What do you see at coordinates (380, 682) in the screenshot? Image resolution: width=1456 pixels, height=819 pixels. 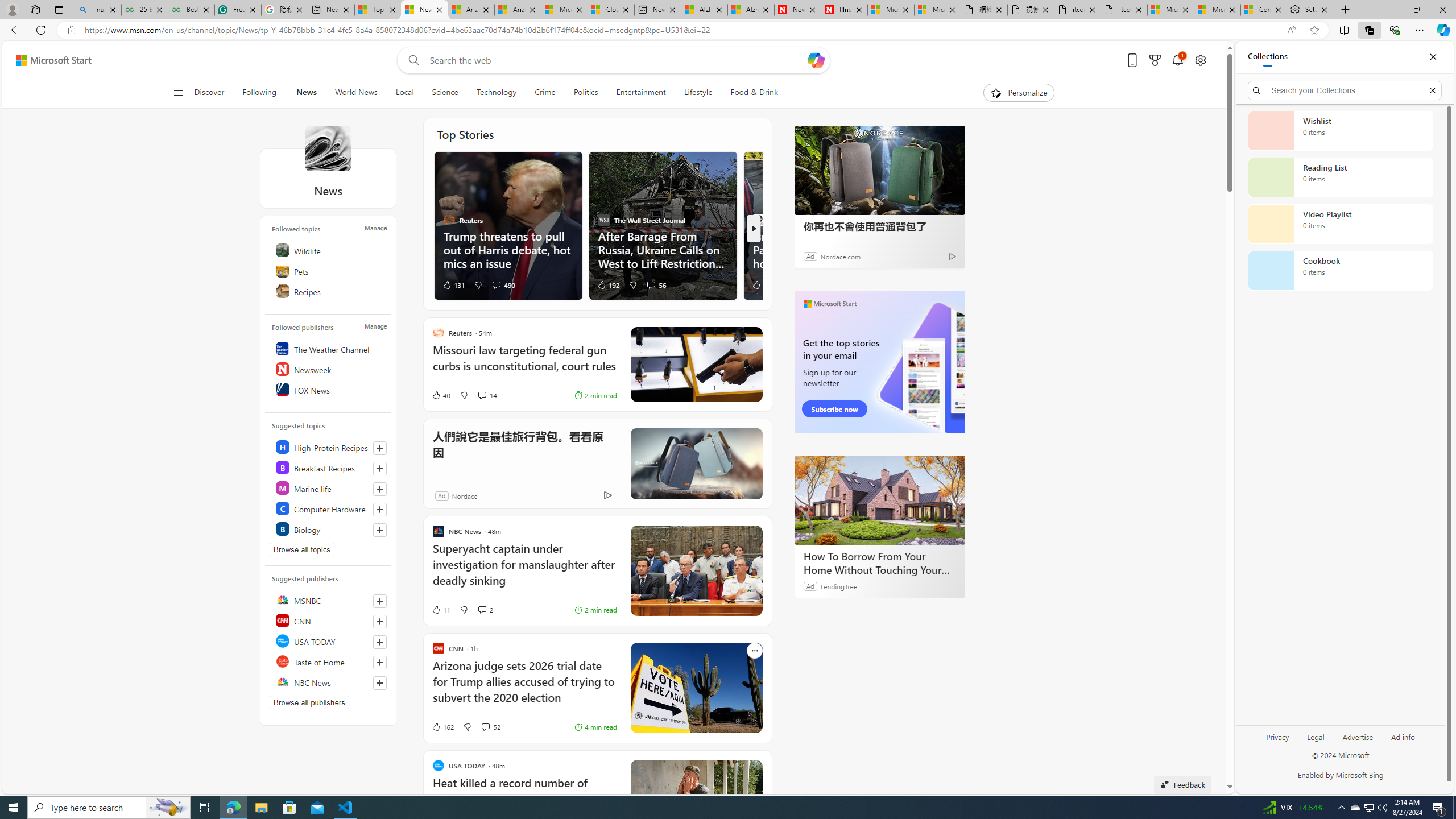 I see `'Follow this source'` at bounding box center [380, 682].